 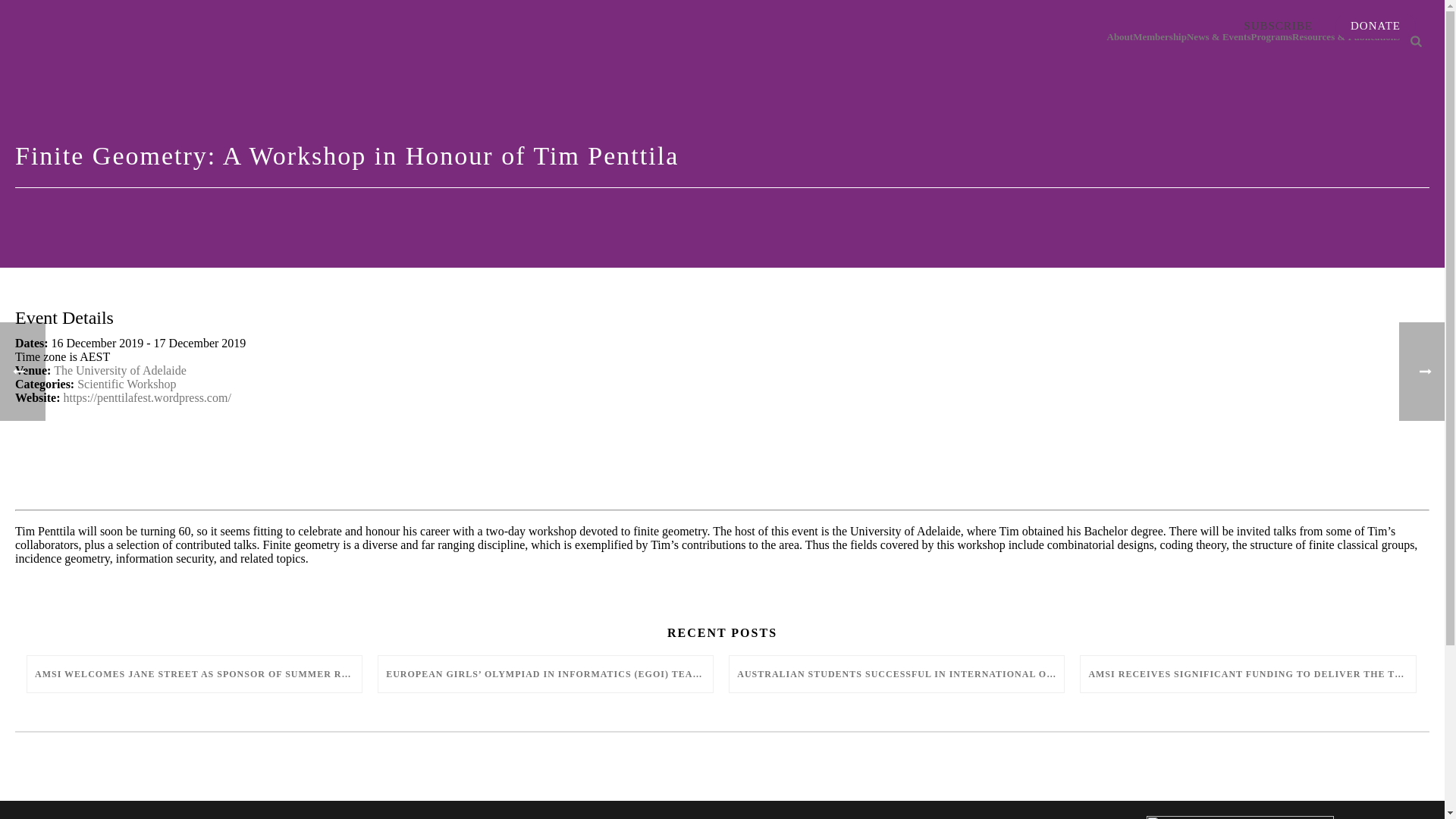 I want to click on 'Membership', so click(x=1159, y=37).